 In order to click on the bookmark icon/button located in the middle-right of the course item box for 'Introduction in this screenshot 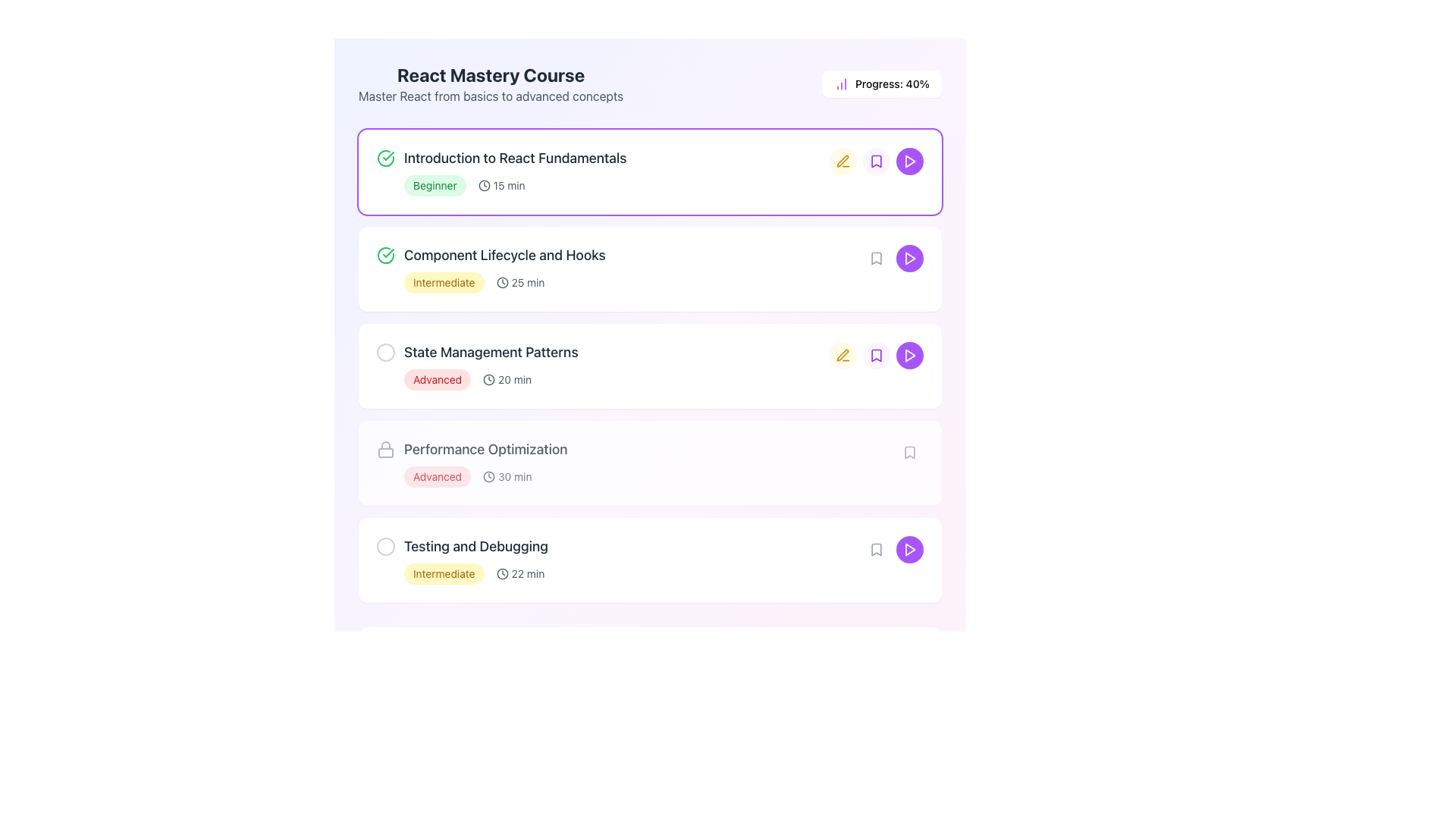, I will do `click(877, 161)`.